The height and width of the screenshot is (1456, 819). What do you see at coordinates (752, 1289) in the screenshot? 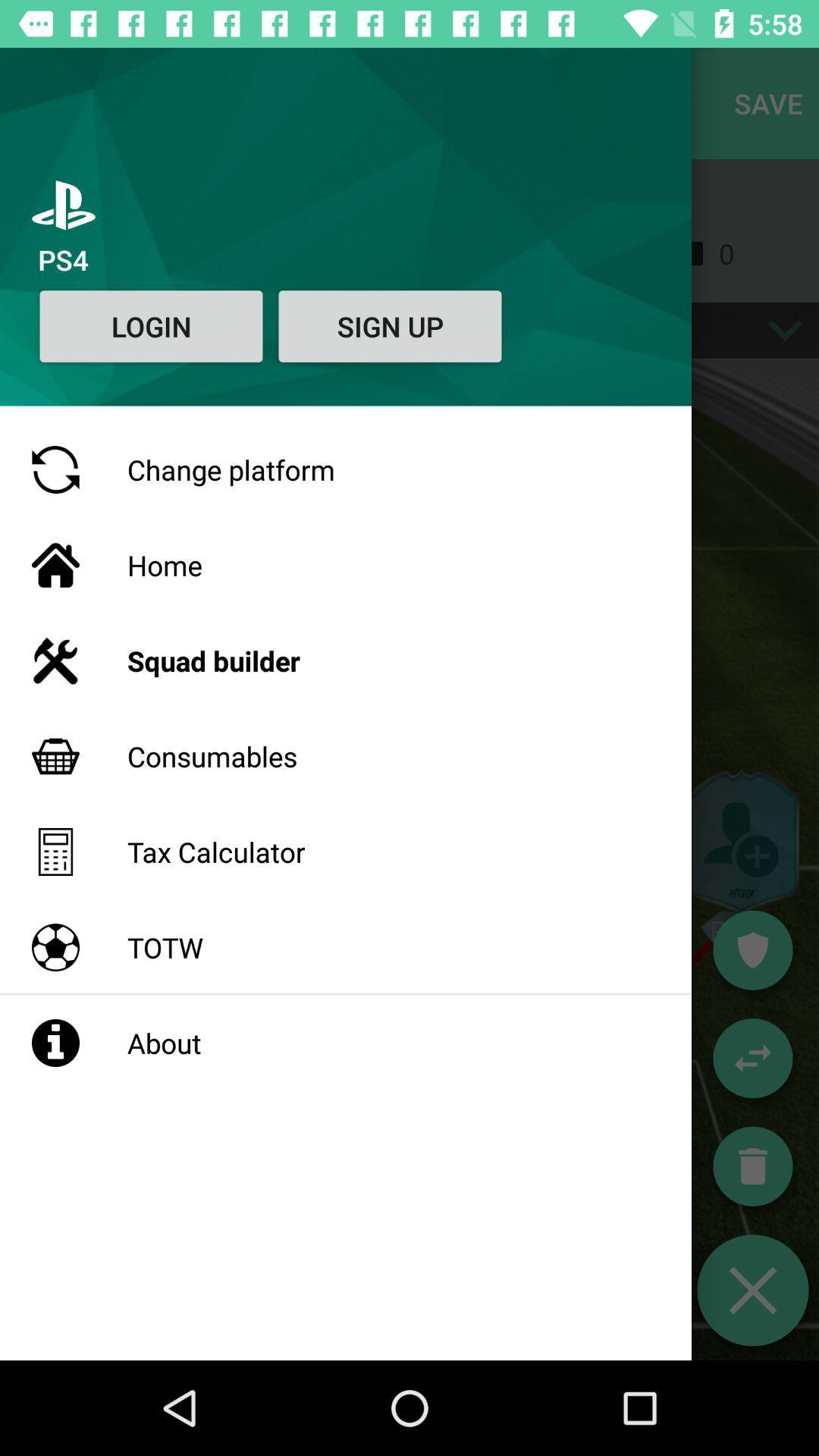
I see `the close icon` at bounding box center [752, 1289].